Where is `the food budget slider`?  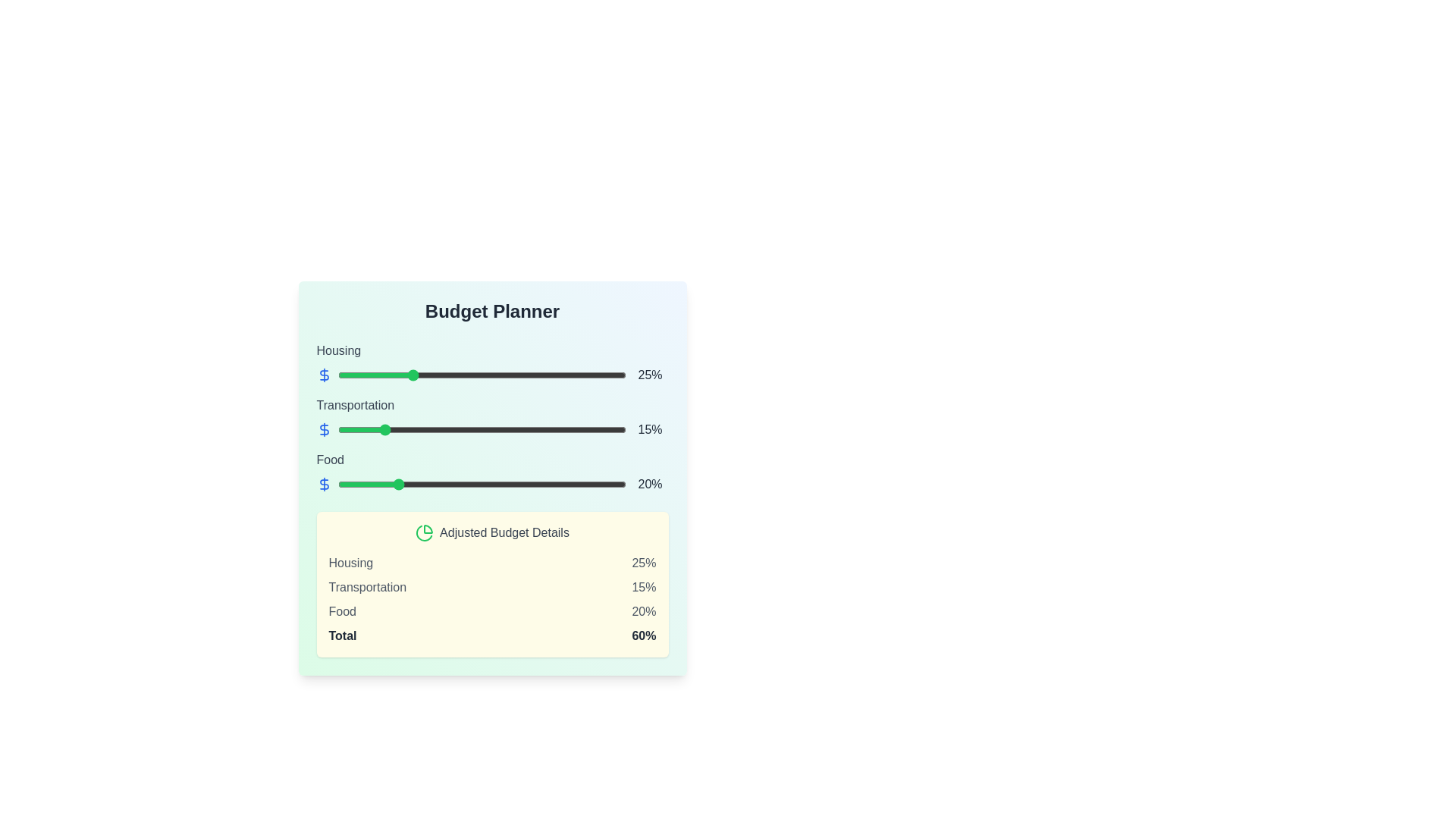
the food budget slider is located at coordinates (525, 485).